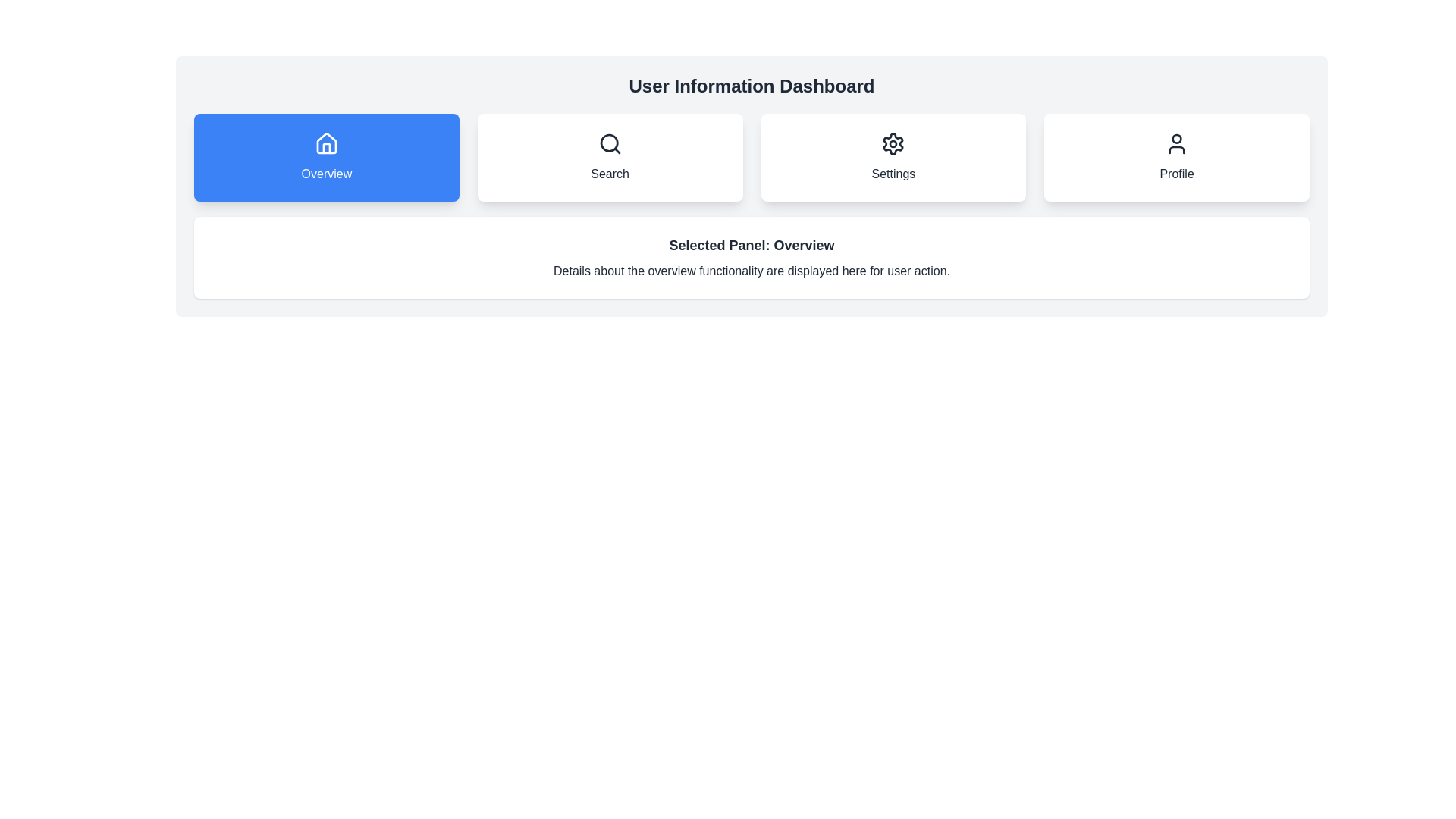 The height and width of the screenshot is (819, 1456). I want to click on the settings button located under the 'User Information Dashboard', positioned between the 'Search' button and the 'Profile' button, so click(893, 158).